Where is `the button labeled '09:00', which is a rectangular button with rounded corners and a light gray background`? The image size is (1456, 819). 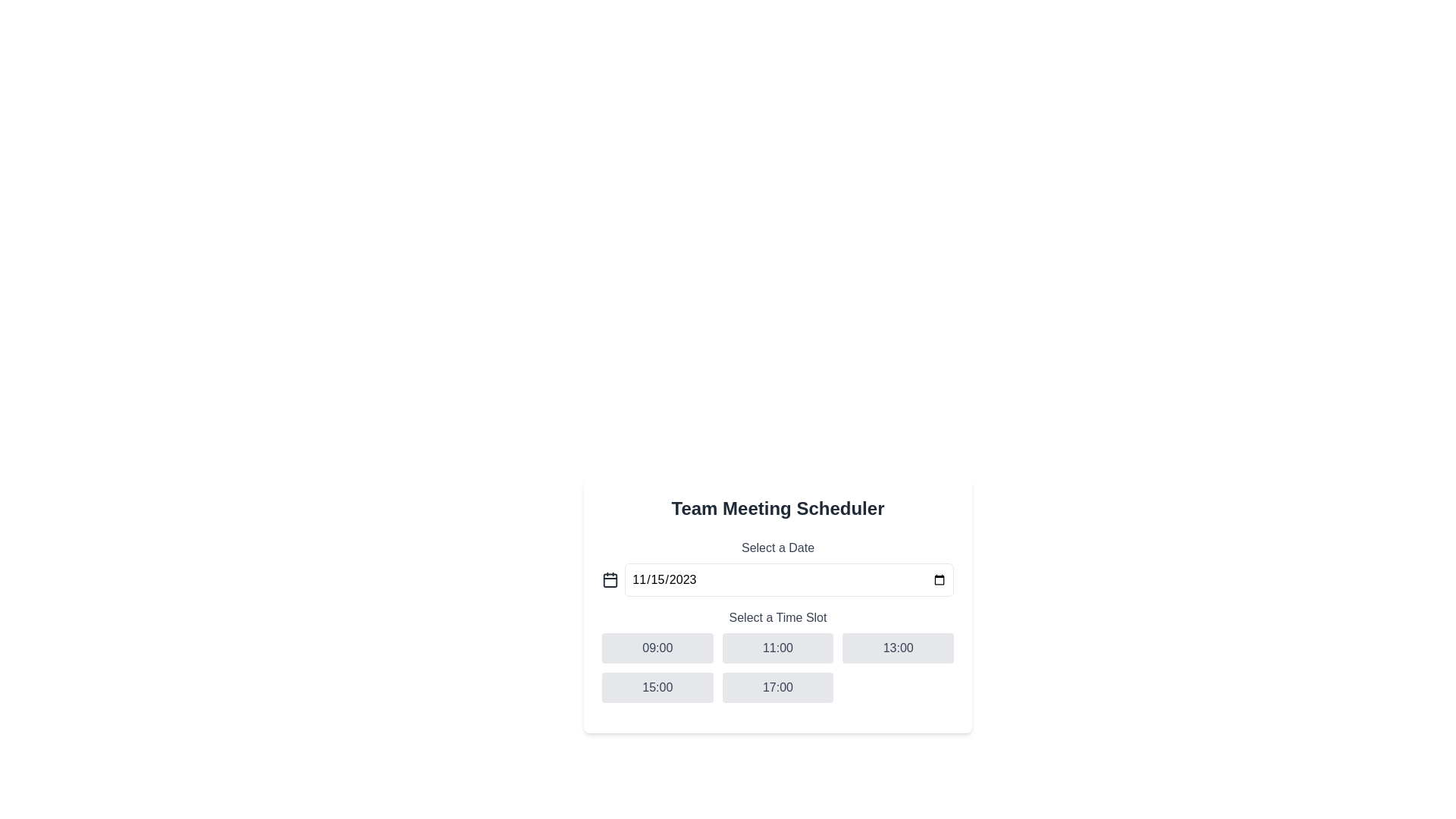
the button labeled '09:00', which is a rectangular button with rounded corners and a light gray background is located at coordinates (657, 648).